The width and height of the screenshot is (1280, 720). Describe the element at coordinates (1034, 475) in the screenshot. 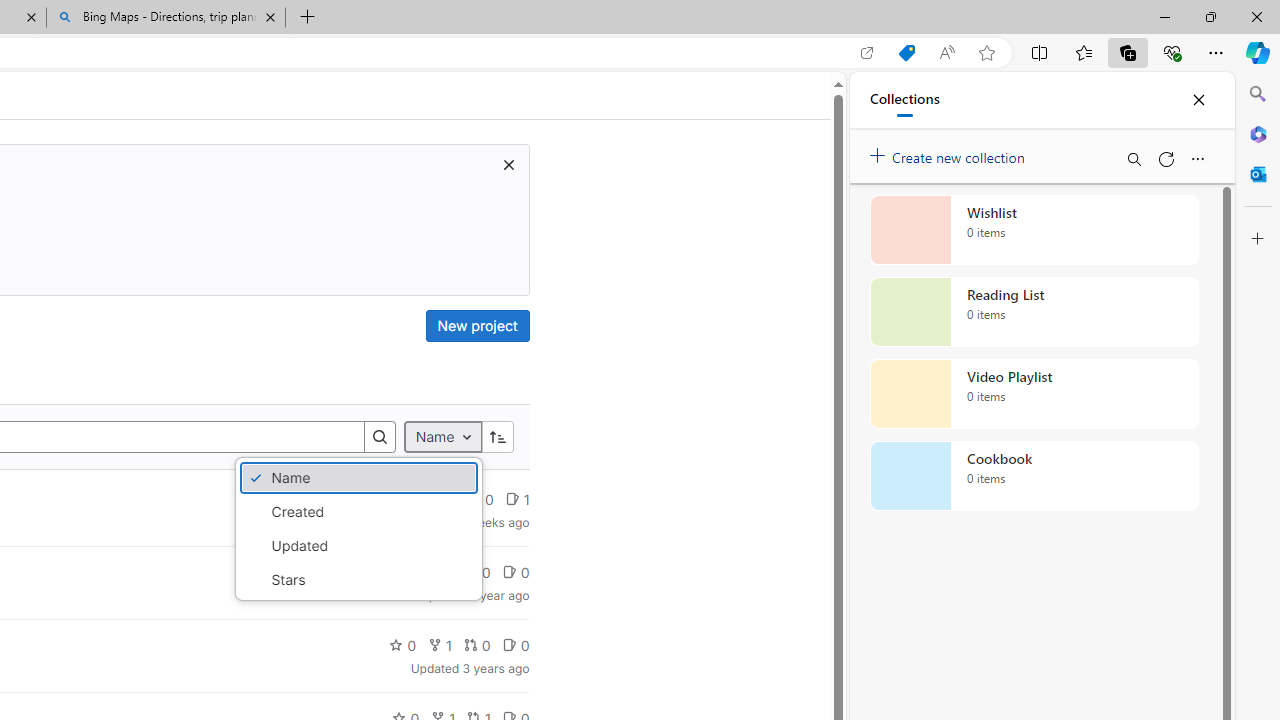

I see `'Cookbook collection, 0 items'` at that location.